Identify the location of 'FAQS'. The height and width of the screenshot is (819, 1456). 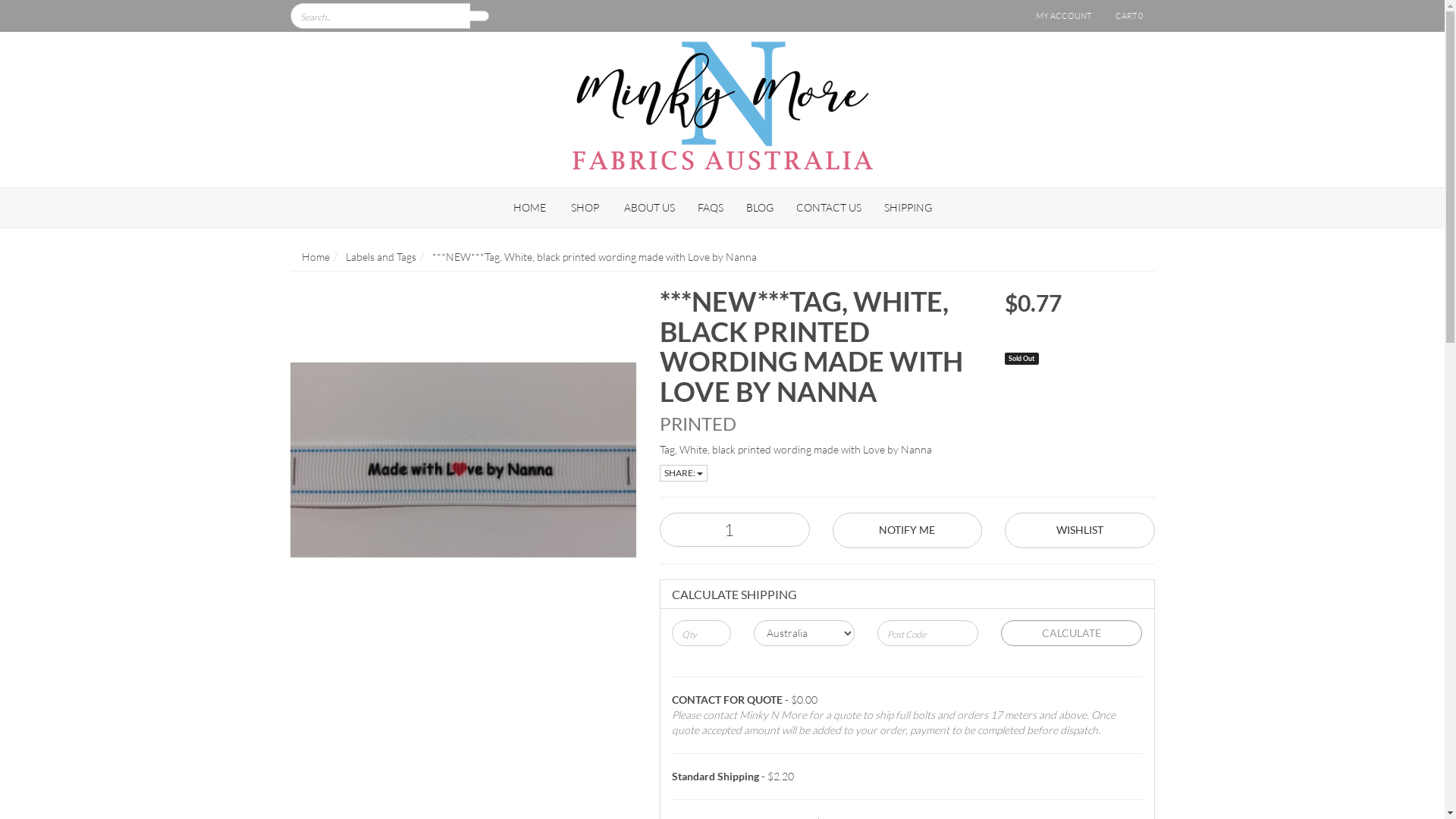
(709, 207).